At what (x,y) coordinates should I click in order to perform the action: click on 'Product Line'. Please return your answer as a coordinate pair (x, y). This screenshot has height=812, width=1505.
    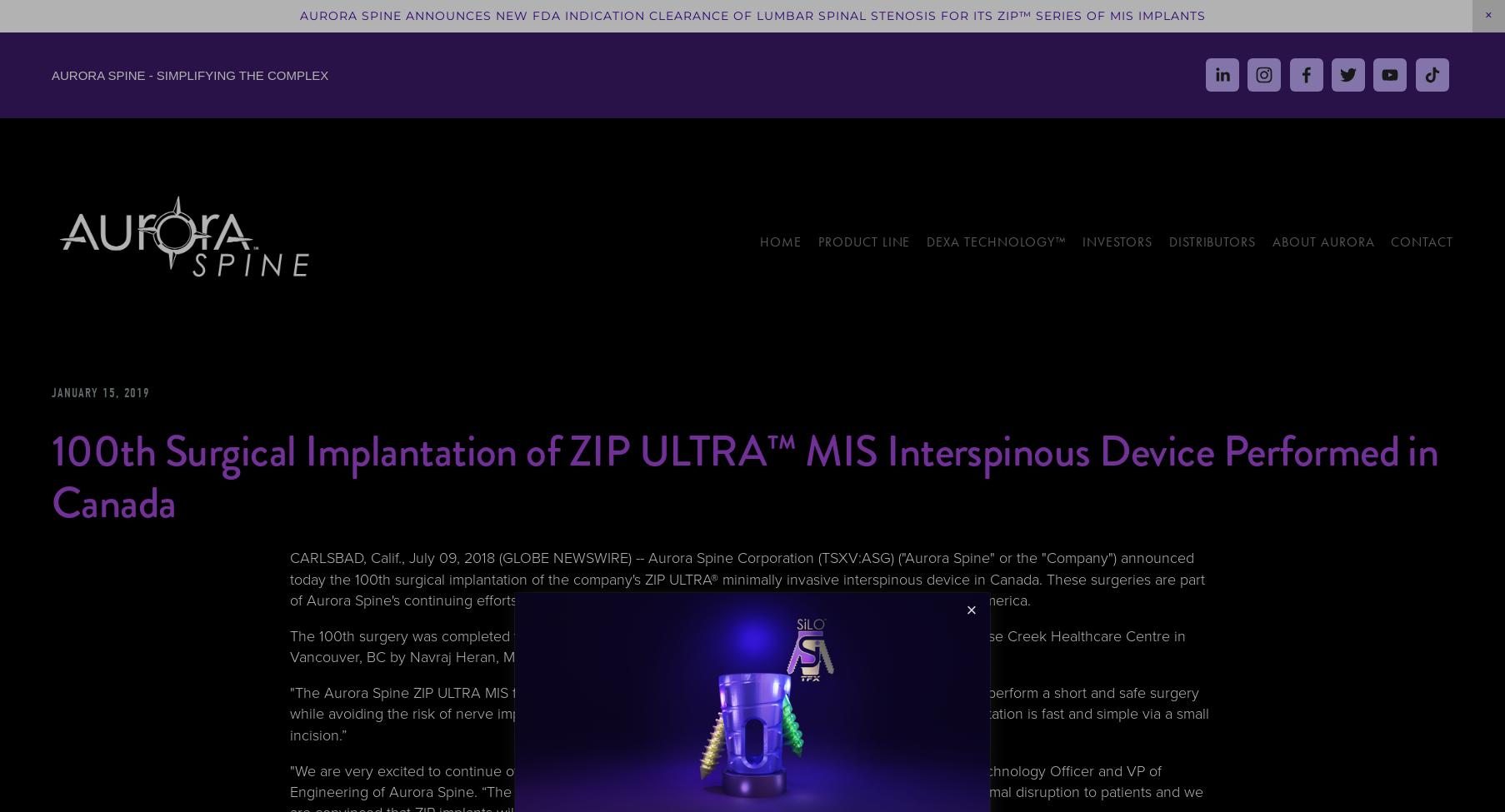
    Looking at the image, I should click on (862, 241).